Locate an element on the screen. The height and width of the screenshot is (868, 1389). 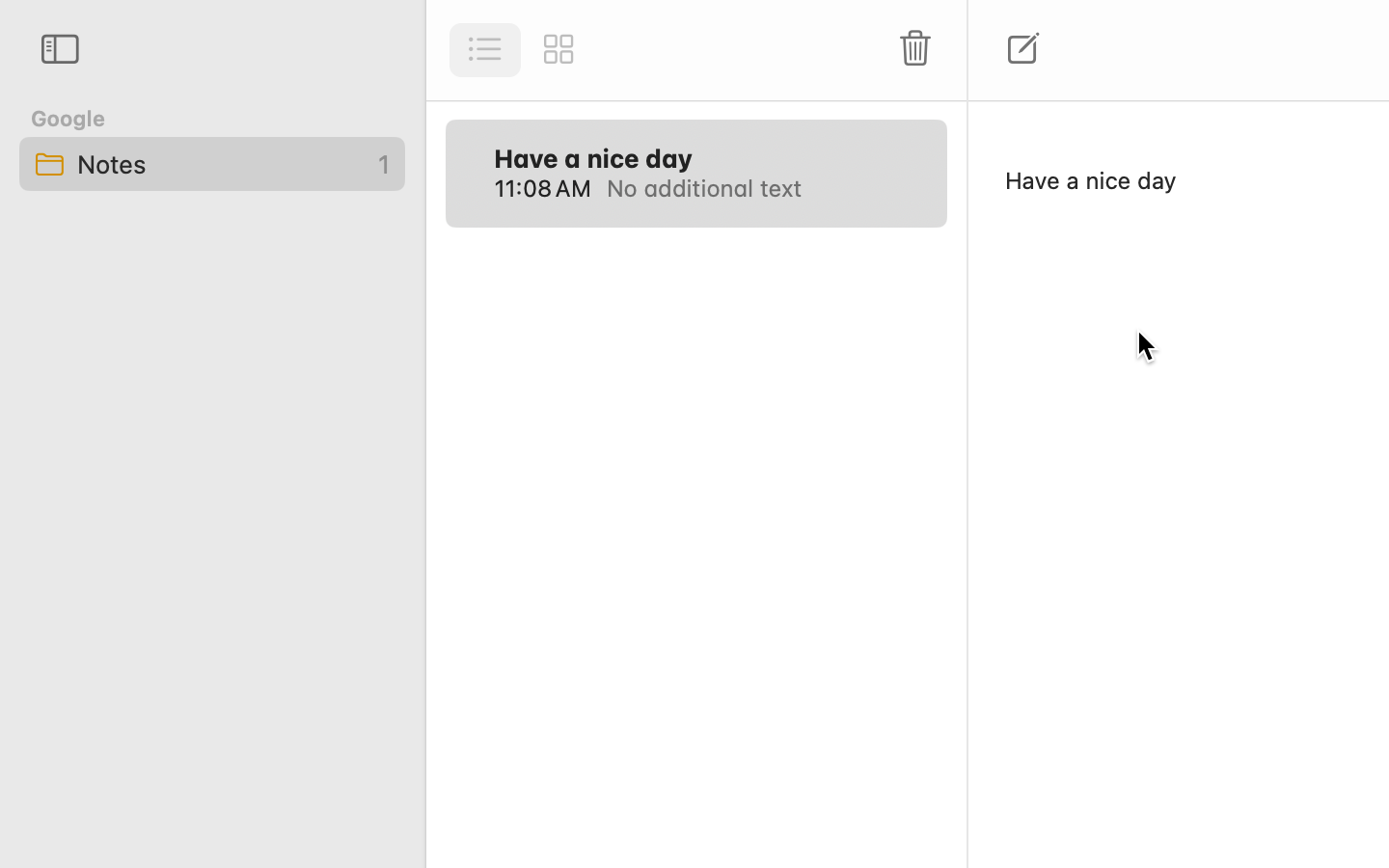
'11:08 AM' is located at coordinates (542, 188).